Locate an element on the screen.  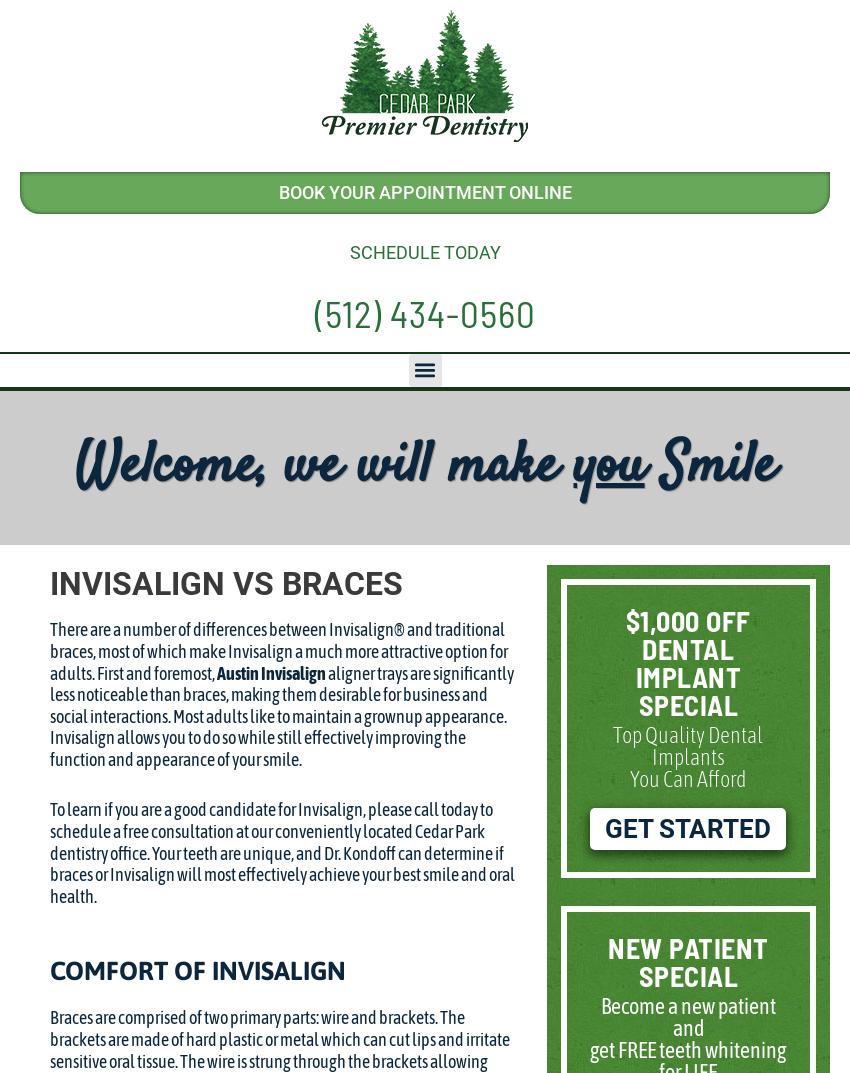
'Austin Invisalign' is located at coordinates (270, 672).